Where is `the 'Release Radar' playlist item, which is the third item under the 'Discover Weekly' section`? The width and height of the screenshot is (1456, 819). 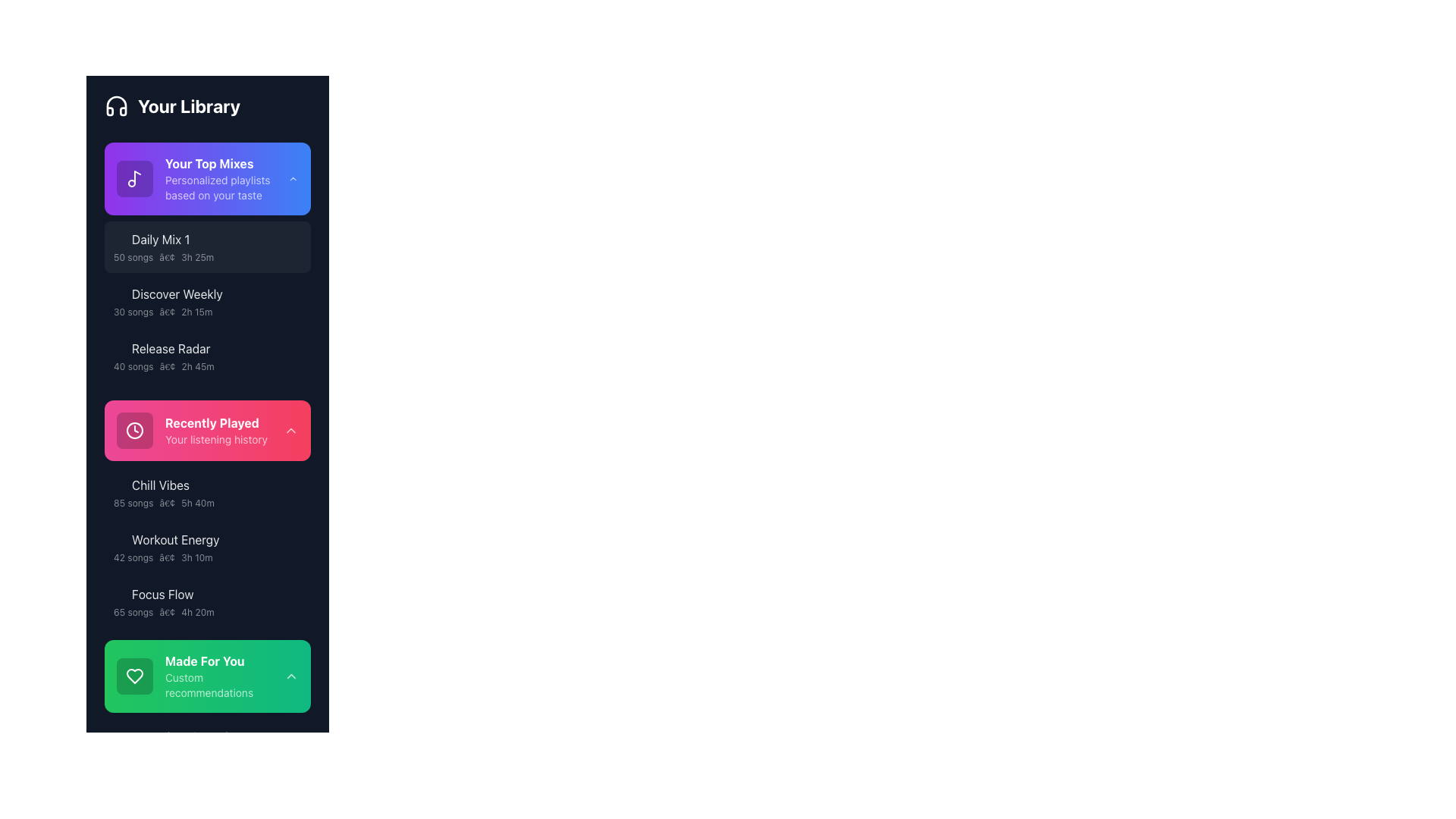 the 'Release Radar' playlist item, which is the third item under the 'Discover Weekly' section is located at coordinates (206, 356).